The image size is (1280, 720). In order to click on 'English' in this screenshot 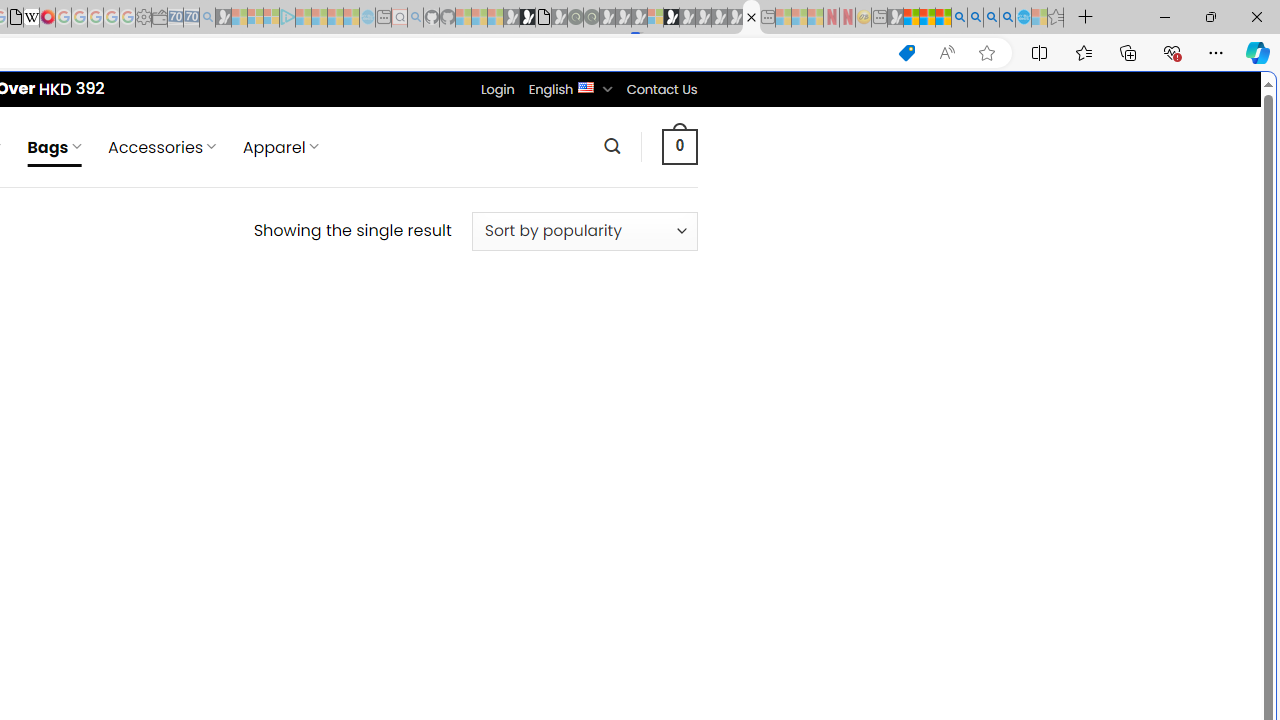, I will do `click(585, 85)`.